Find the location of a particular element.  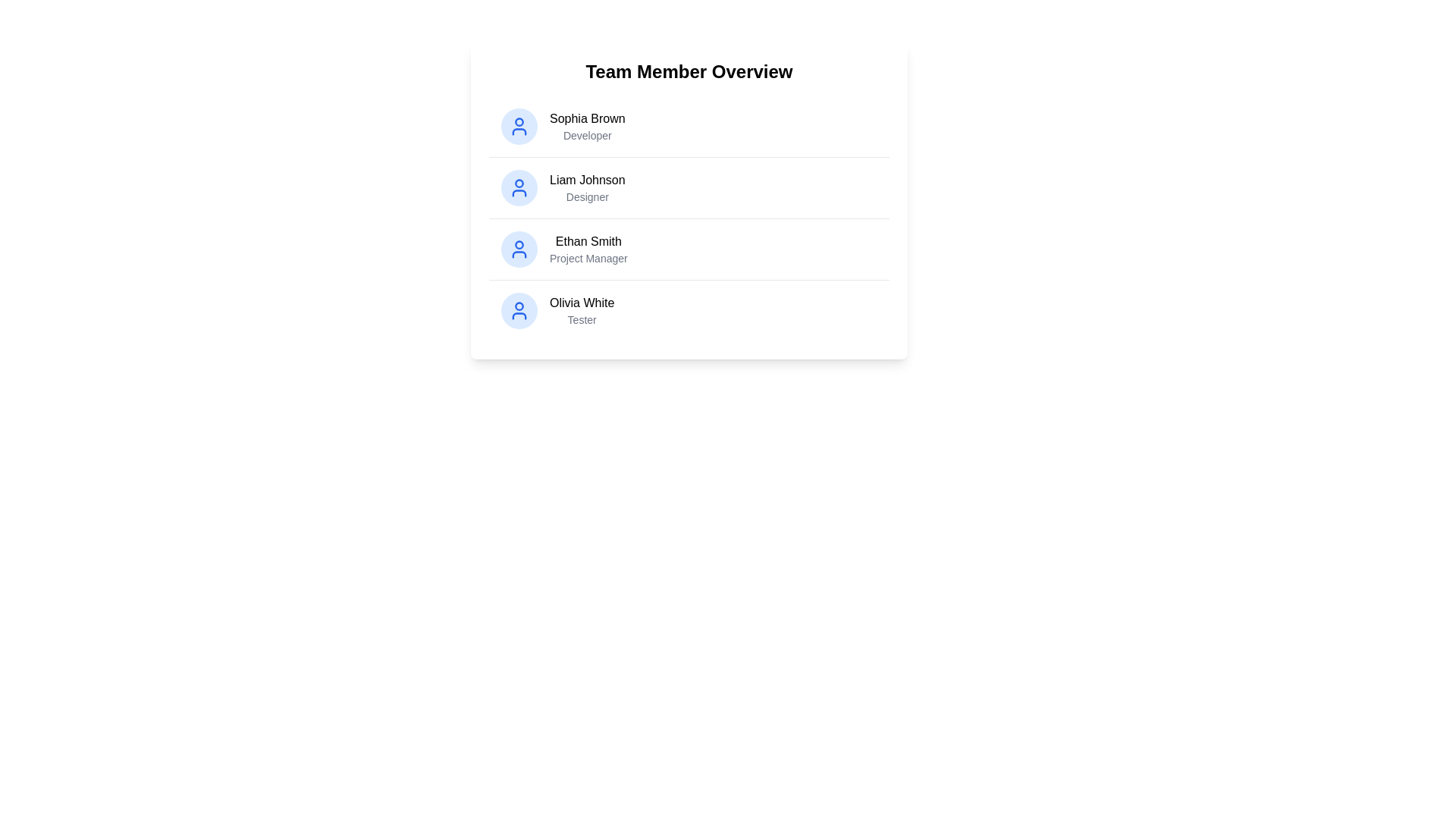

the graphical icon representing the team member 'Ethan Smith' in the 'Project Manager' entry, located in the third row under 'Team Member Overview' is located at coordinates (519, 253).